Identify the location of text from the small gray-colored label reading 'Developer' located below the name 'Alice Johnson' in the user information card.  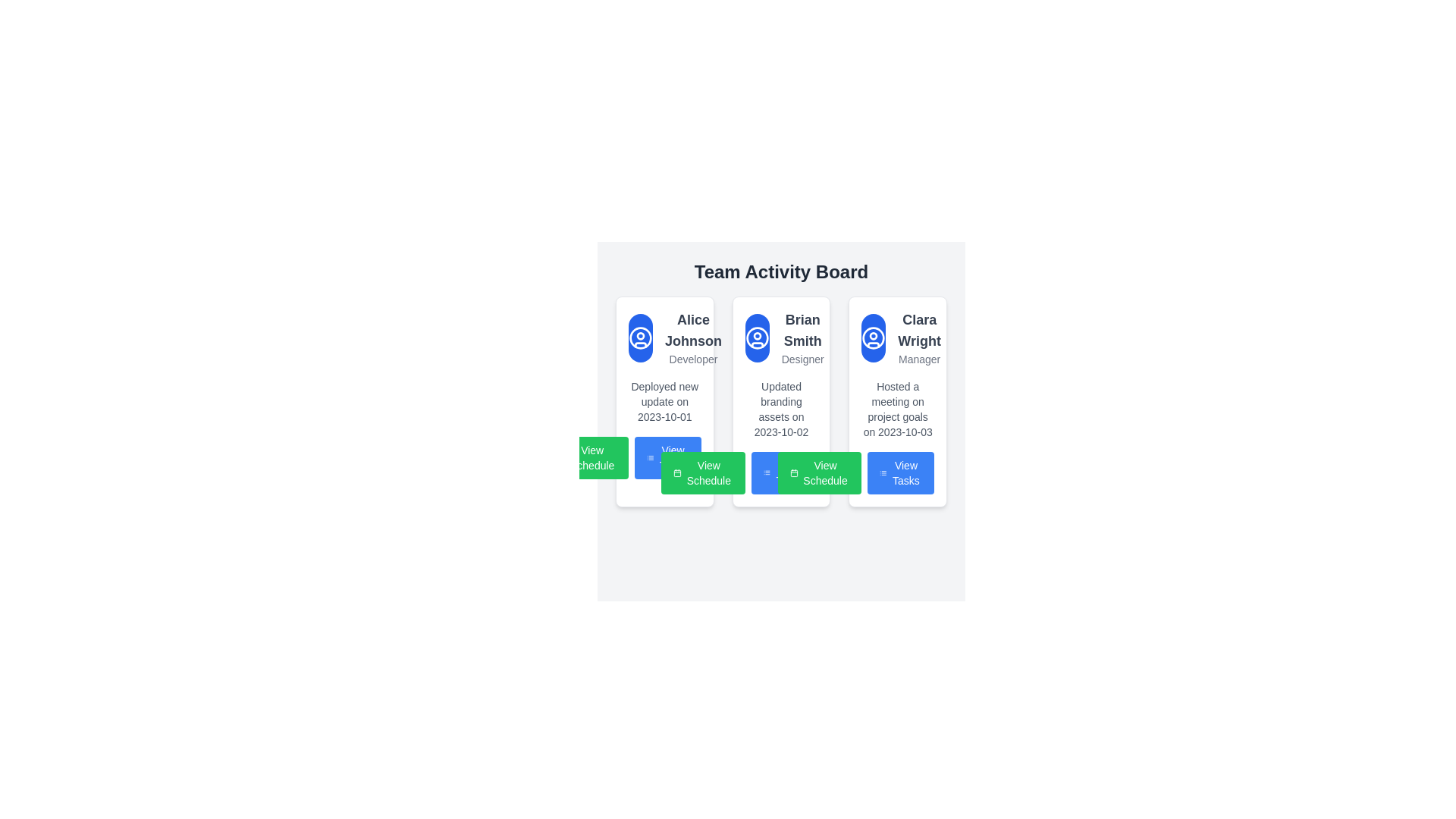
(692, 359).